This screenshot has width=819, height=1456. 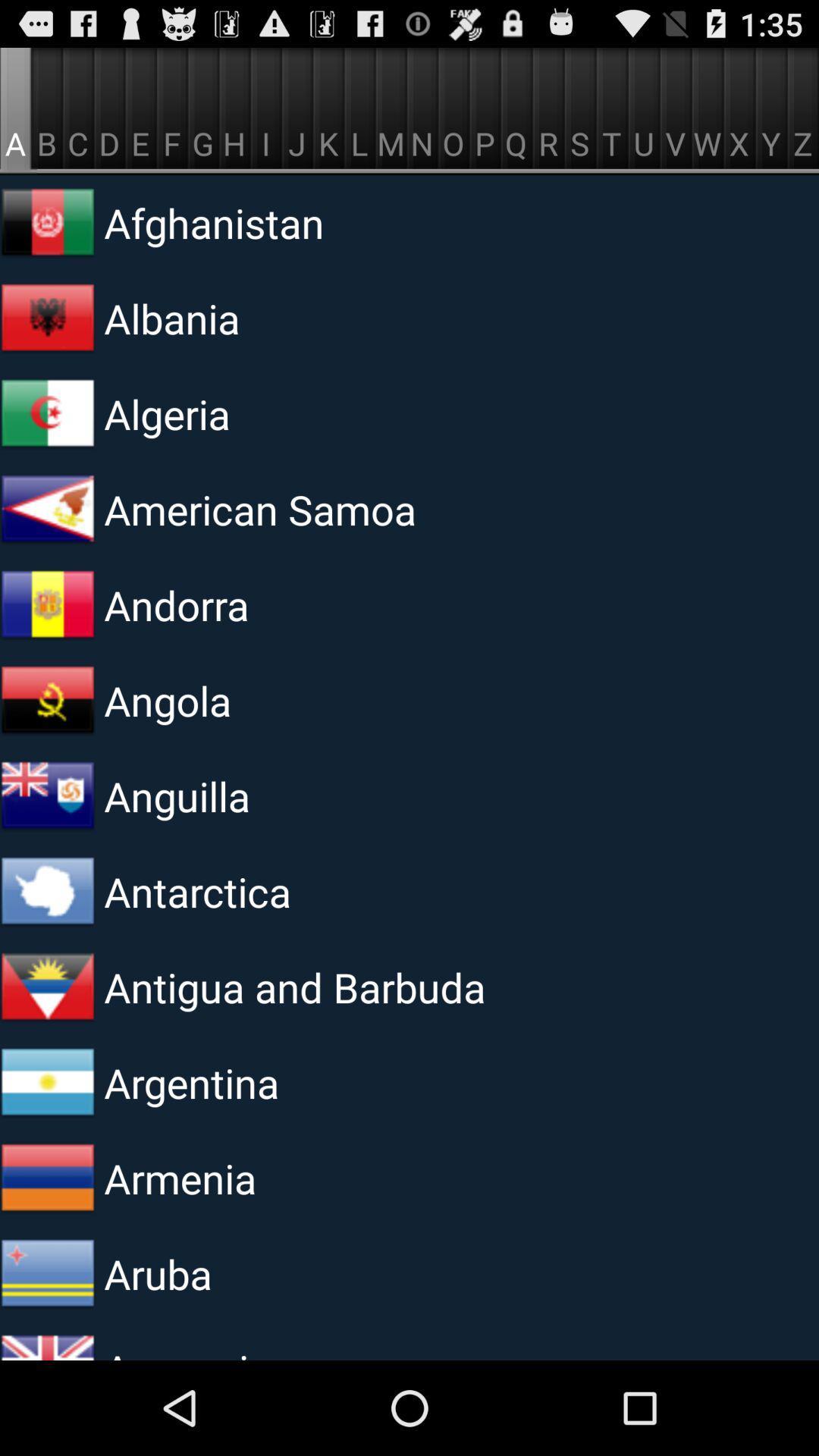 I want to click on the national_flag icon, so click(x=46, y=648).